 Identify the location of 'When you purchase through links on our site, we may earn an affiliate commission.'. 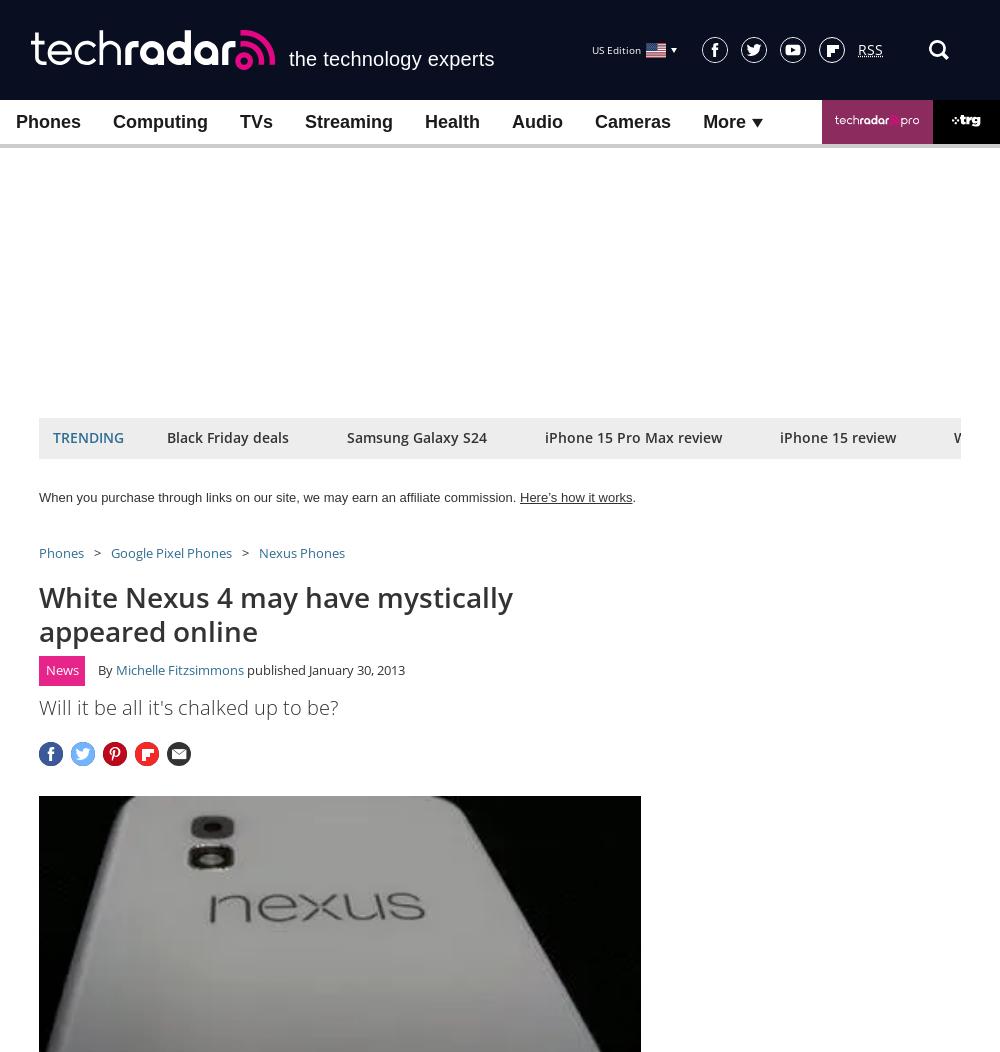
(39, 496).